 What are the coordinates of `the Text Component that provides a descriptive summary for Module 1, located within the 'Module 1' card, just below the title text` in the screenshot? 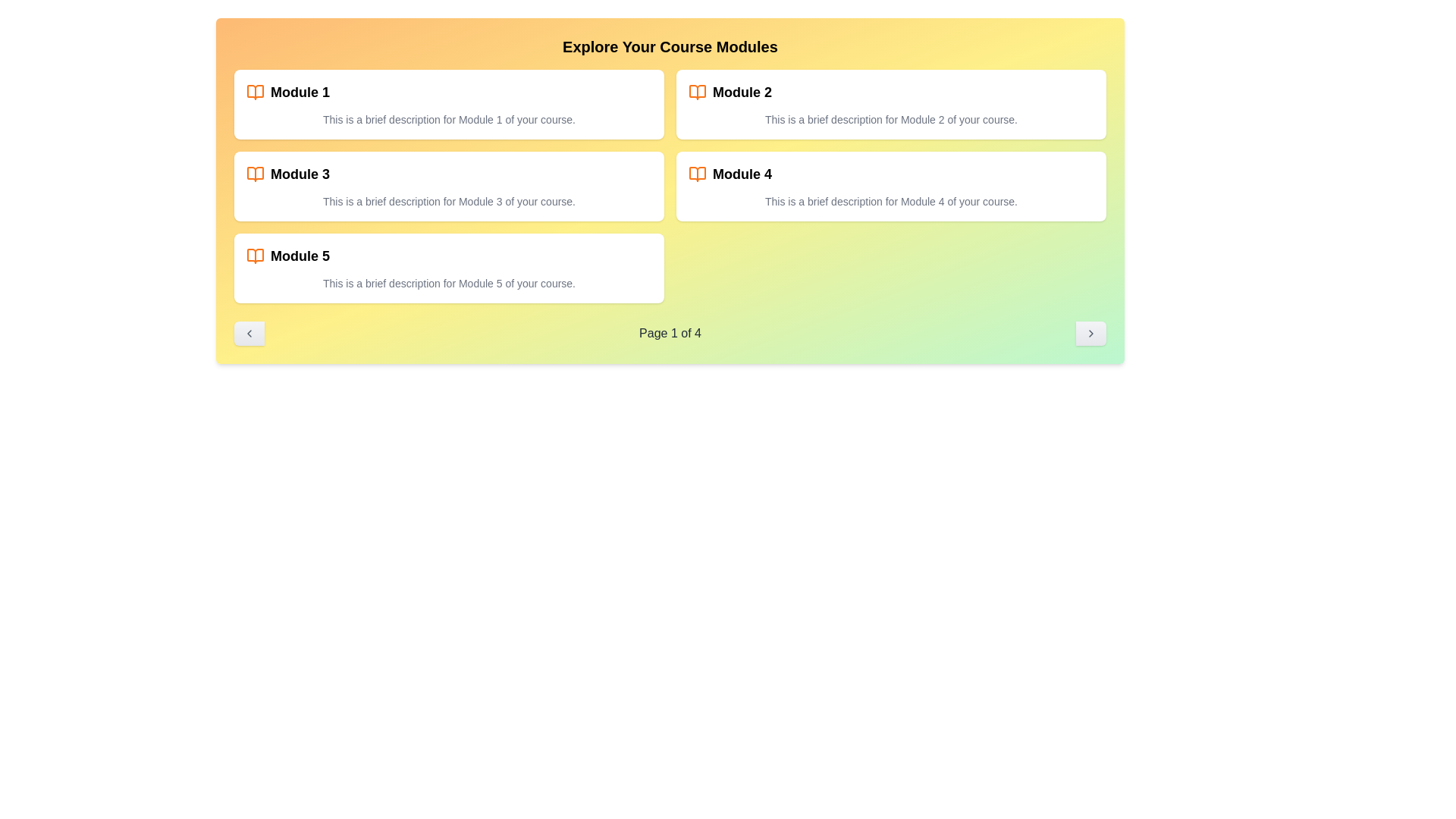 It's located at (448, 119).